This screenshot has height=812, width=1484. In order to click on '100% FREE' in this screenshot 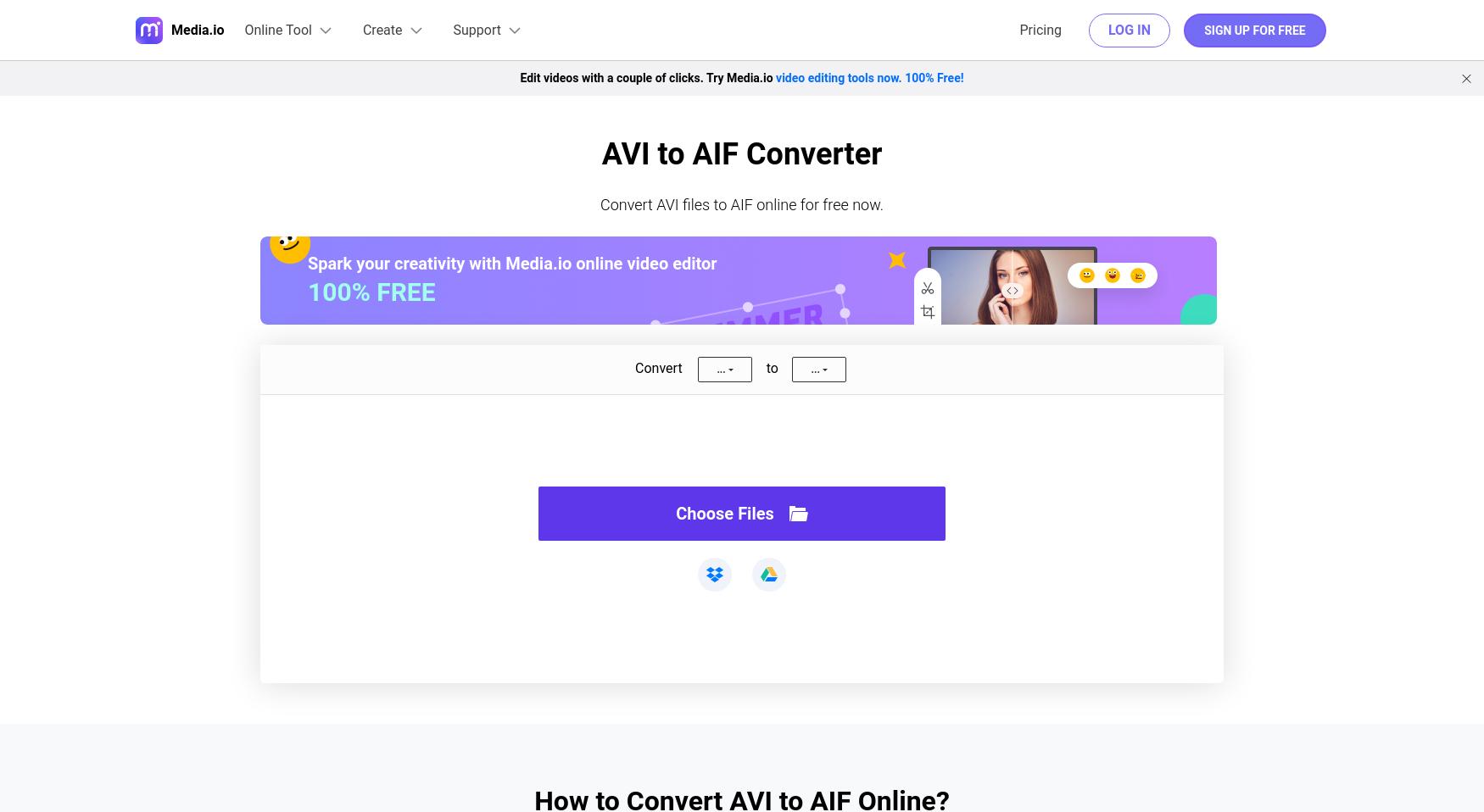, I will do `click(371, 291)`.